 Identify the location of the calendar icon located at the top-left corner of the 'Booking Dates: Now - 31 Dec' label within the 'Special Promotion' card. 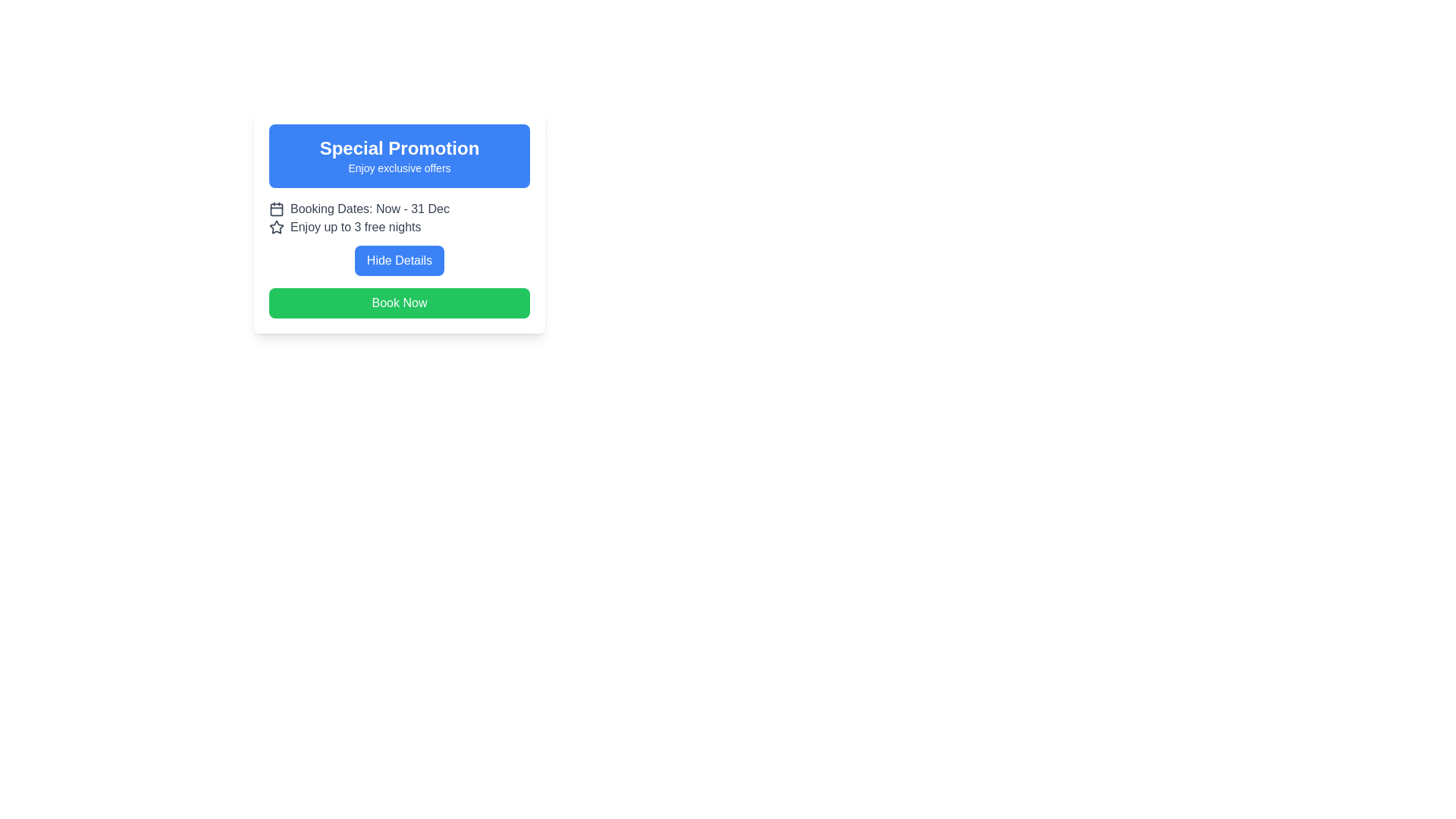
(276, 209).